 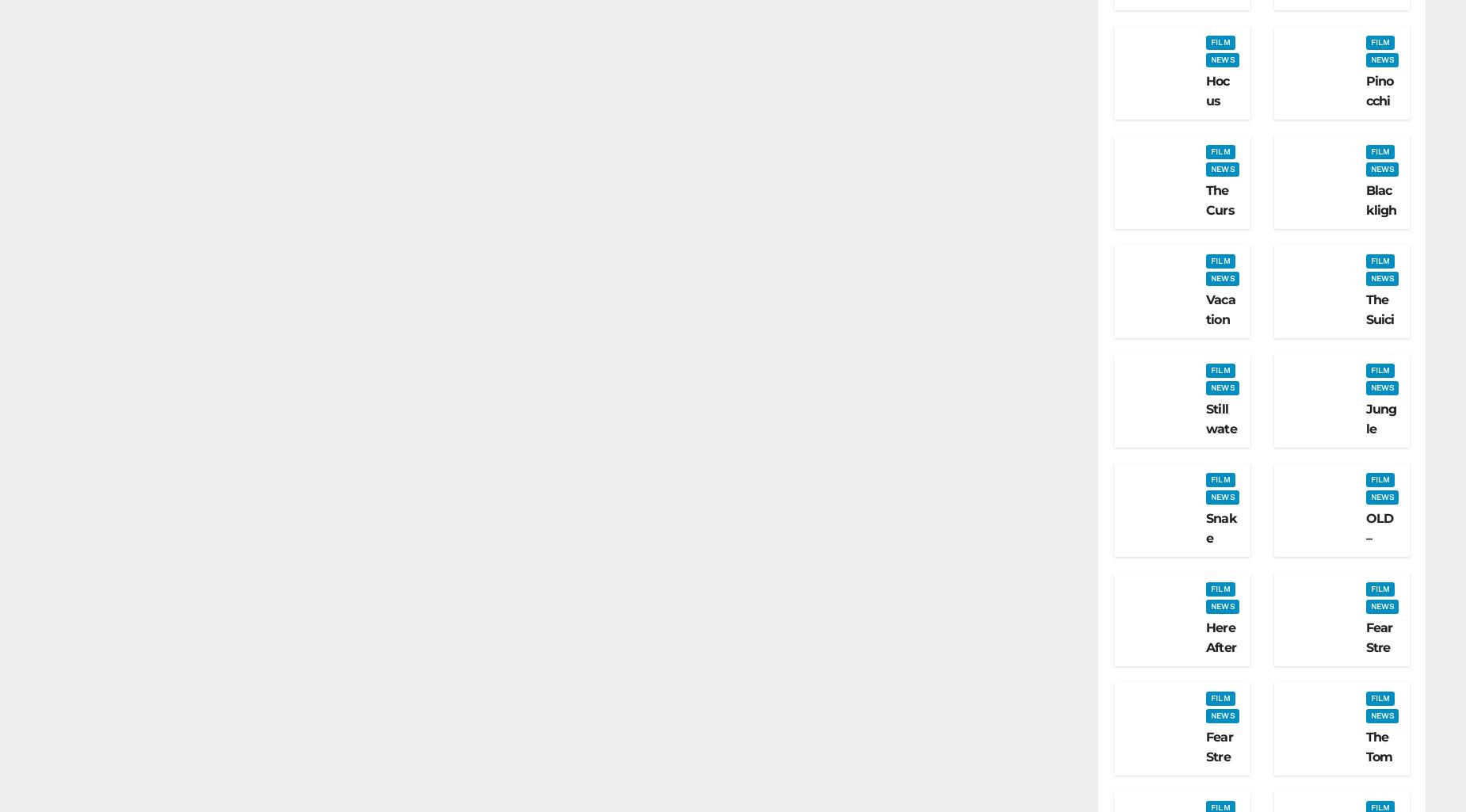 I want to click on 'Here After – Film Review', so click(x=1205, y=677).